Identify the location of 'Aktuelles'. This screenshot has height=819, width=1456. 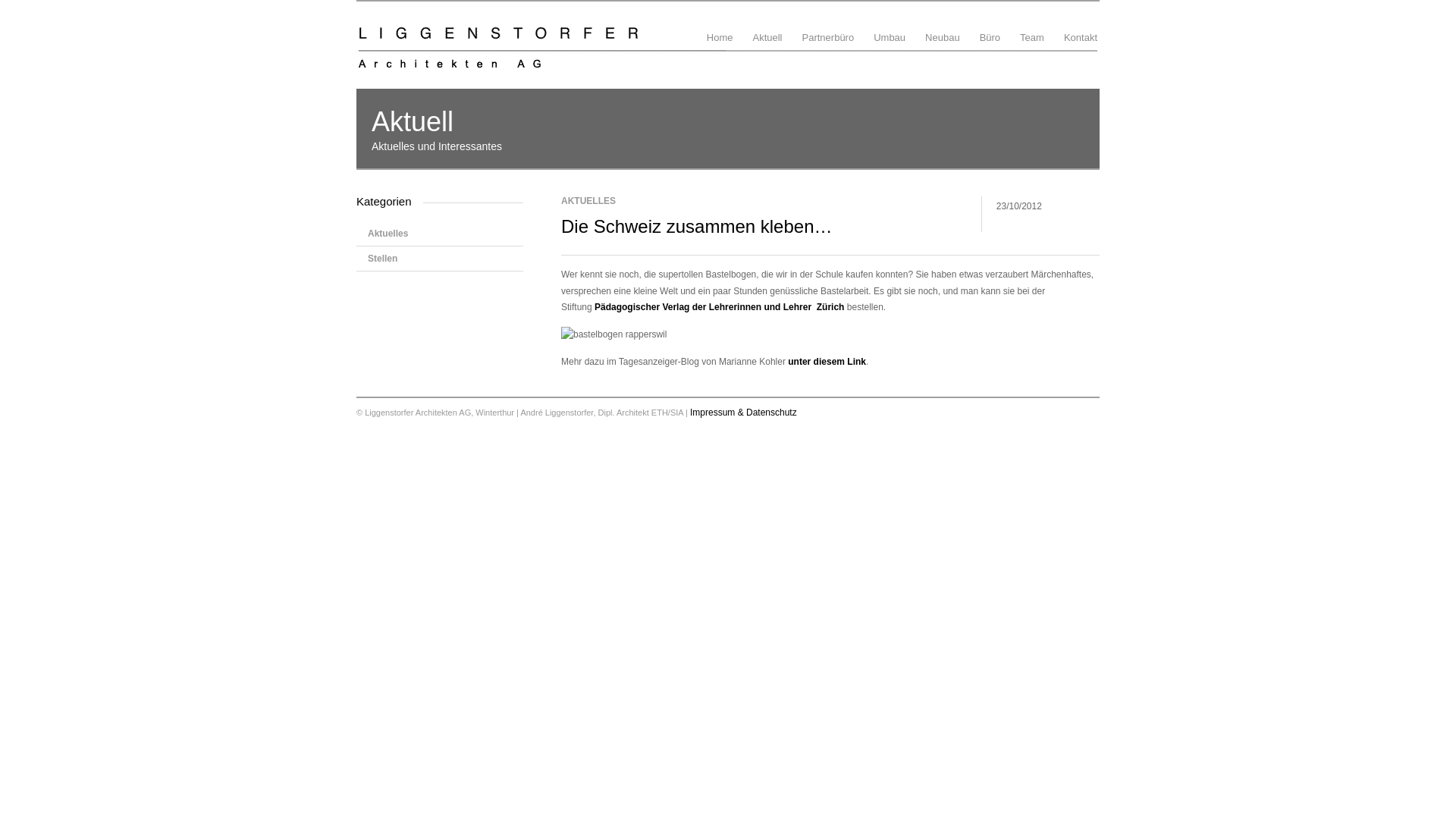
(439, 234).